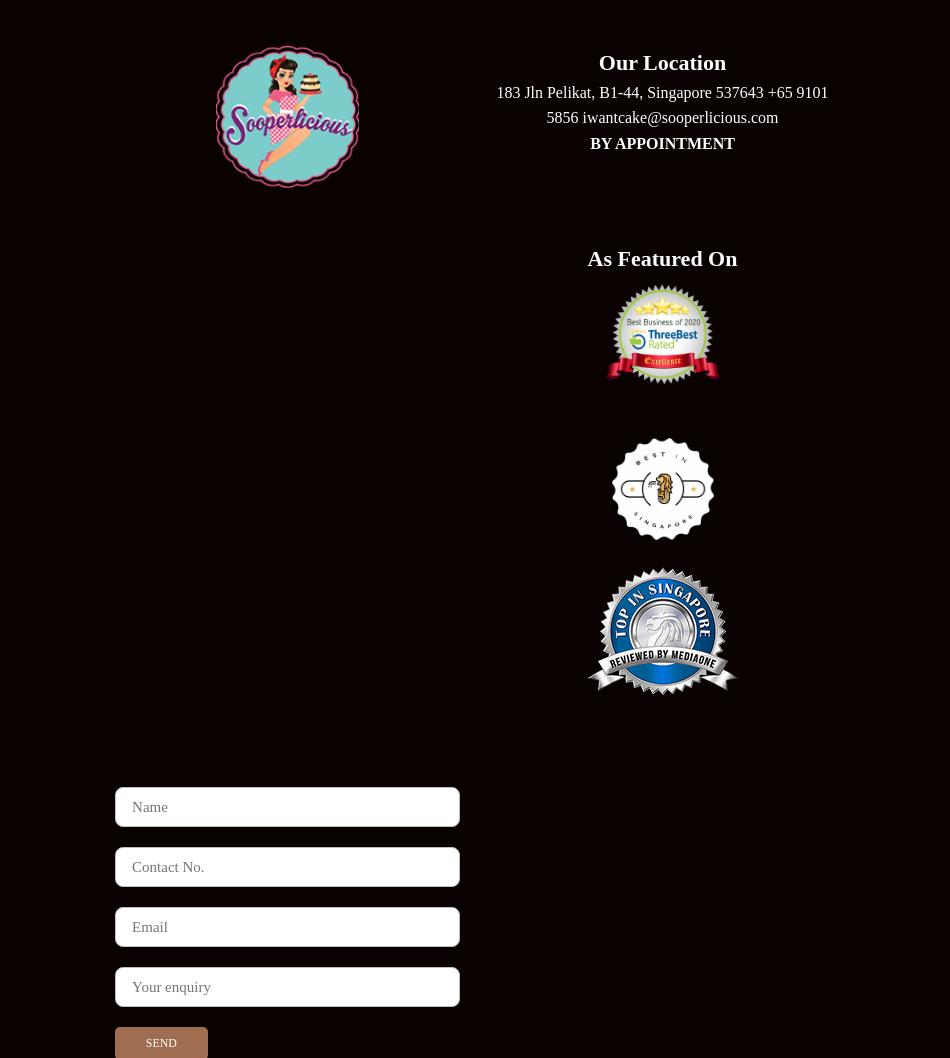 The height and width of the screenshot is (1058, 950). Describe the element at coordinates (473, 774) in the screenshot. I see `'Video'` at that location.